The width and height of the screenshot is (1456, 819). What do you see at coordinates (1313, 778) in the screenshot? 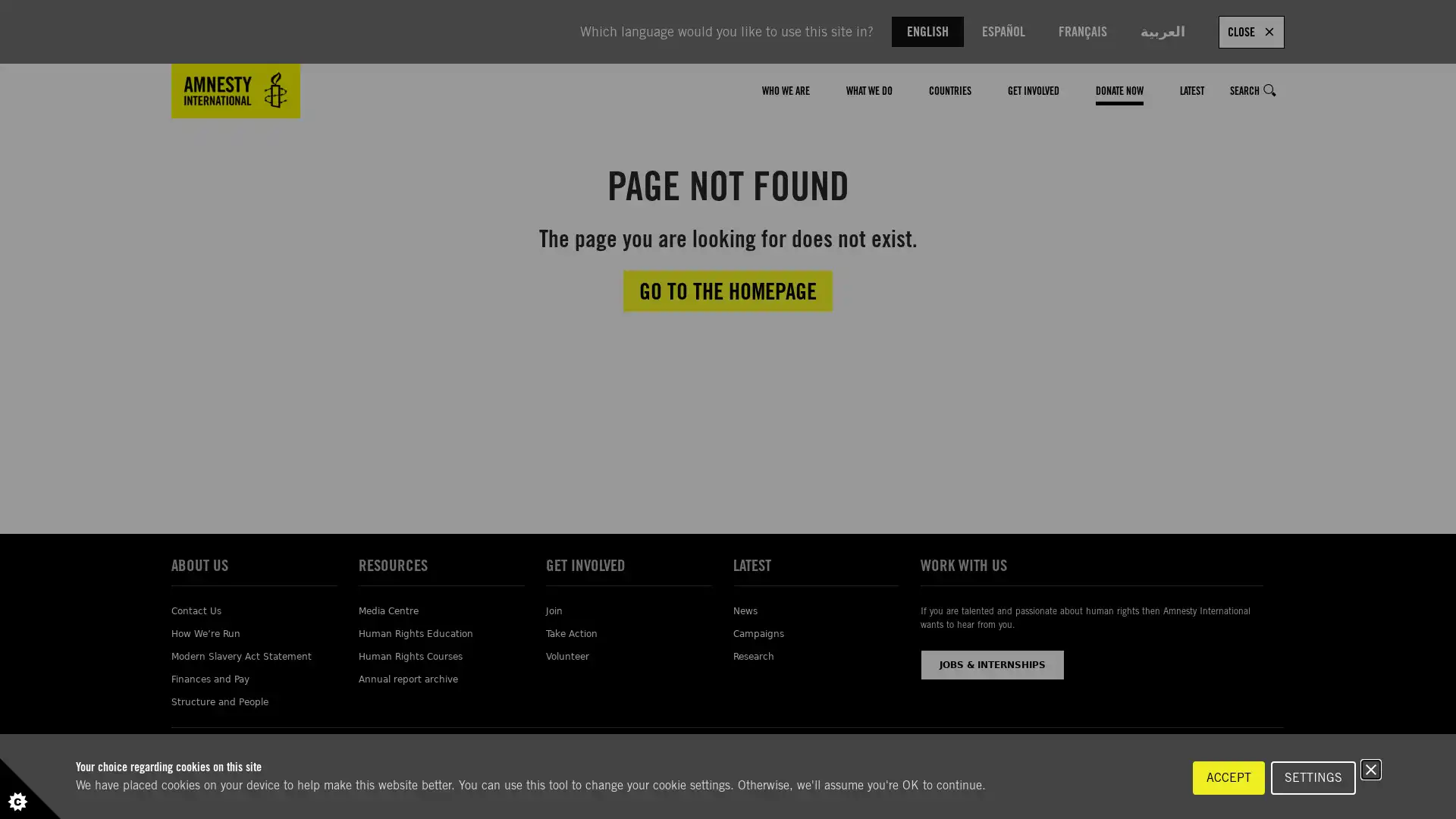
I see `SETTINGS` at bounding box center [1313, 778].